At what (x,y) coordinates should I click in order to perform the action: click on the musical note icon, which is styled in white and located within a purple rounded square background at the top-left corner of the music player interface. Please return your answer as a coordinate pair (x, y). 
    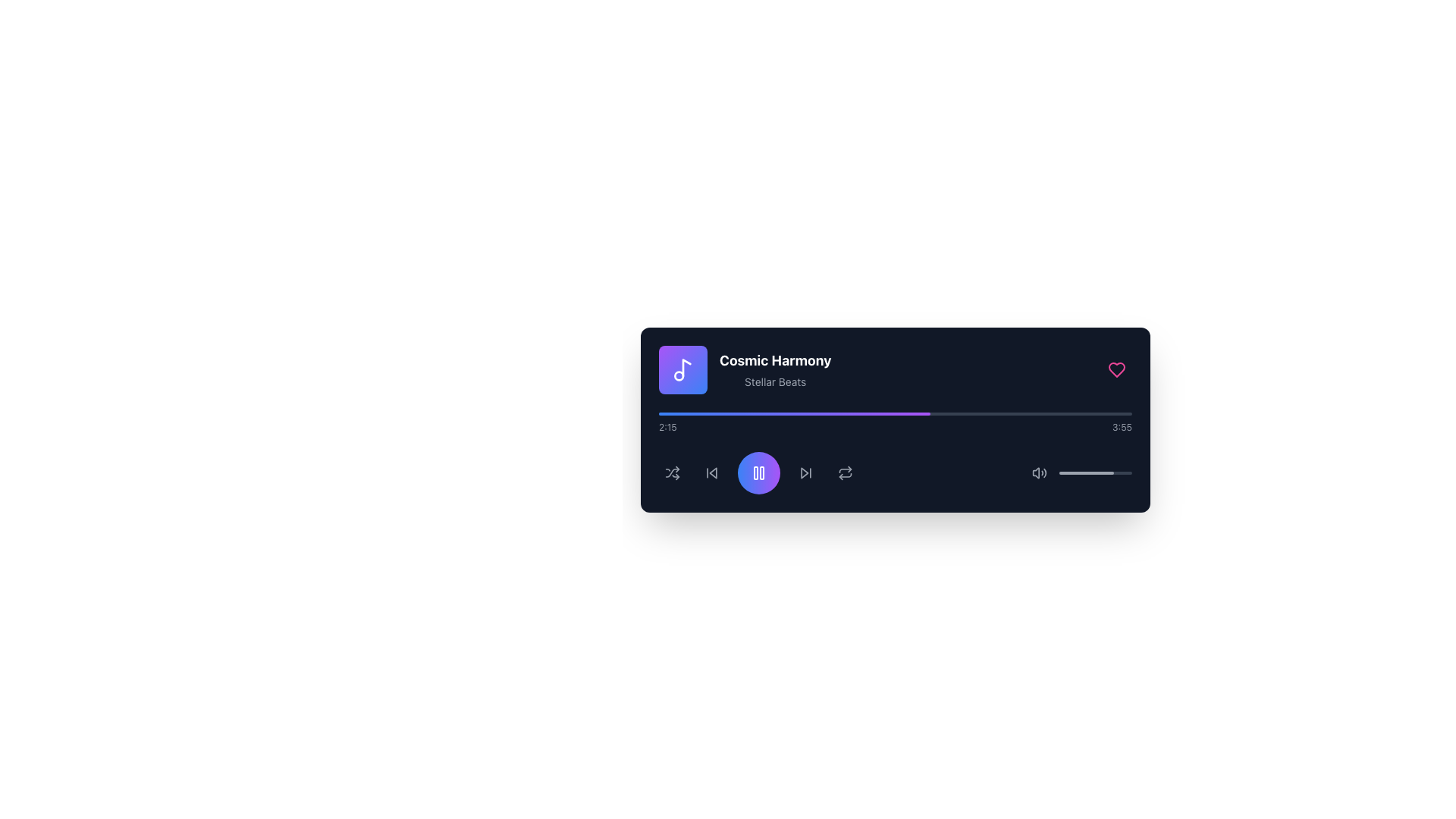
    Looking at the image, I should click on (682, 370).